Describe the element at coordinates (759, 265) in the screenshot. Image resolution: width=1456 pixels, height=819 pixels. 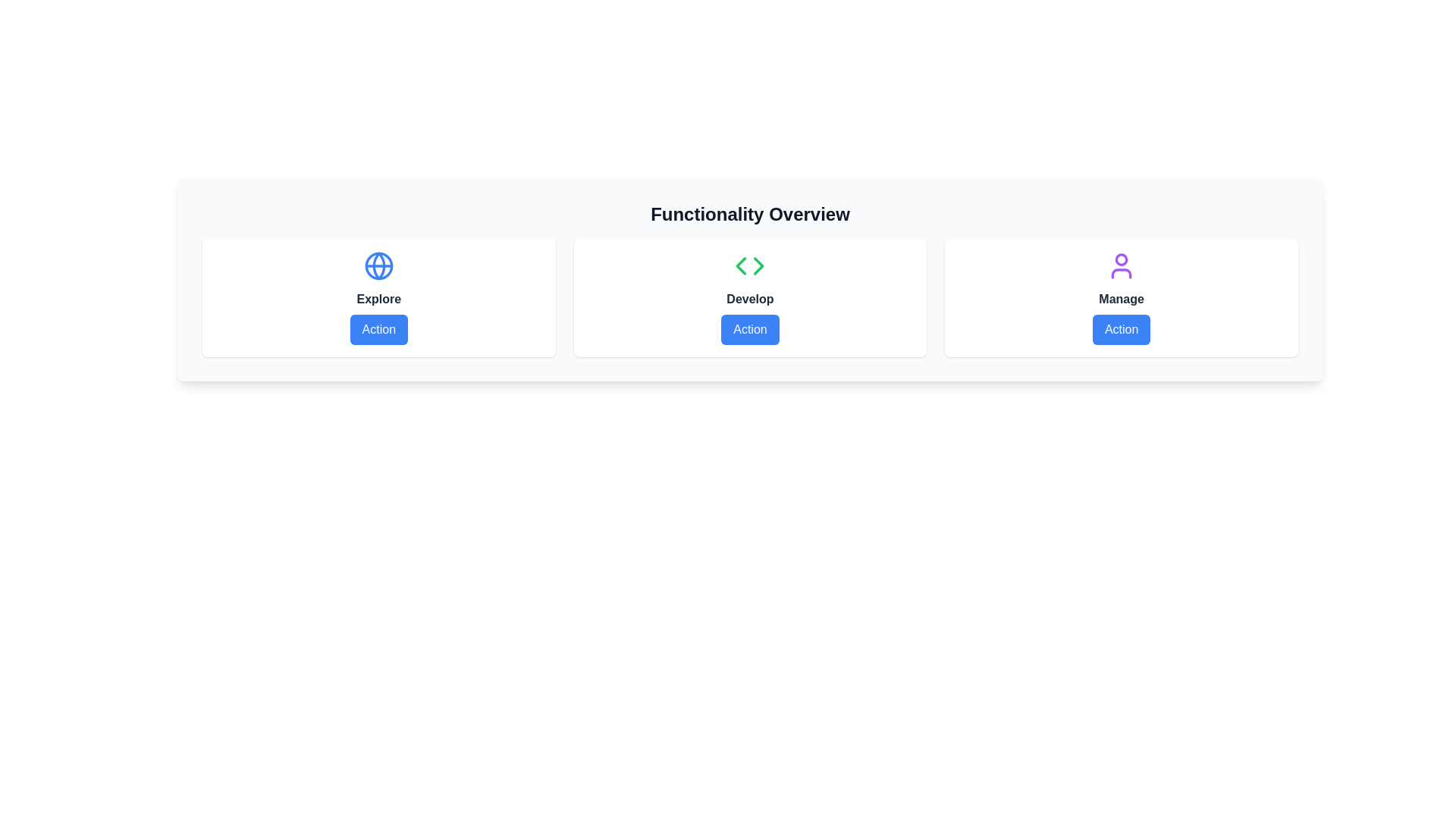
I see `the green arrowhead pointing to the right located inside the larger green graphical icon in the 'Develop' card of the 'Functionality Overview' section` at that location.